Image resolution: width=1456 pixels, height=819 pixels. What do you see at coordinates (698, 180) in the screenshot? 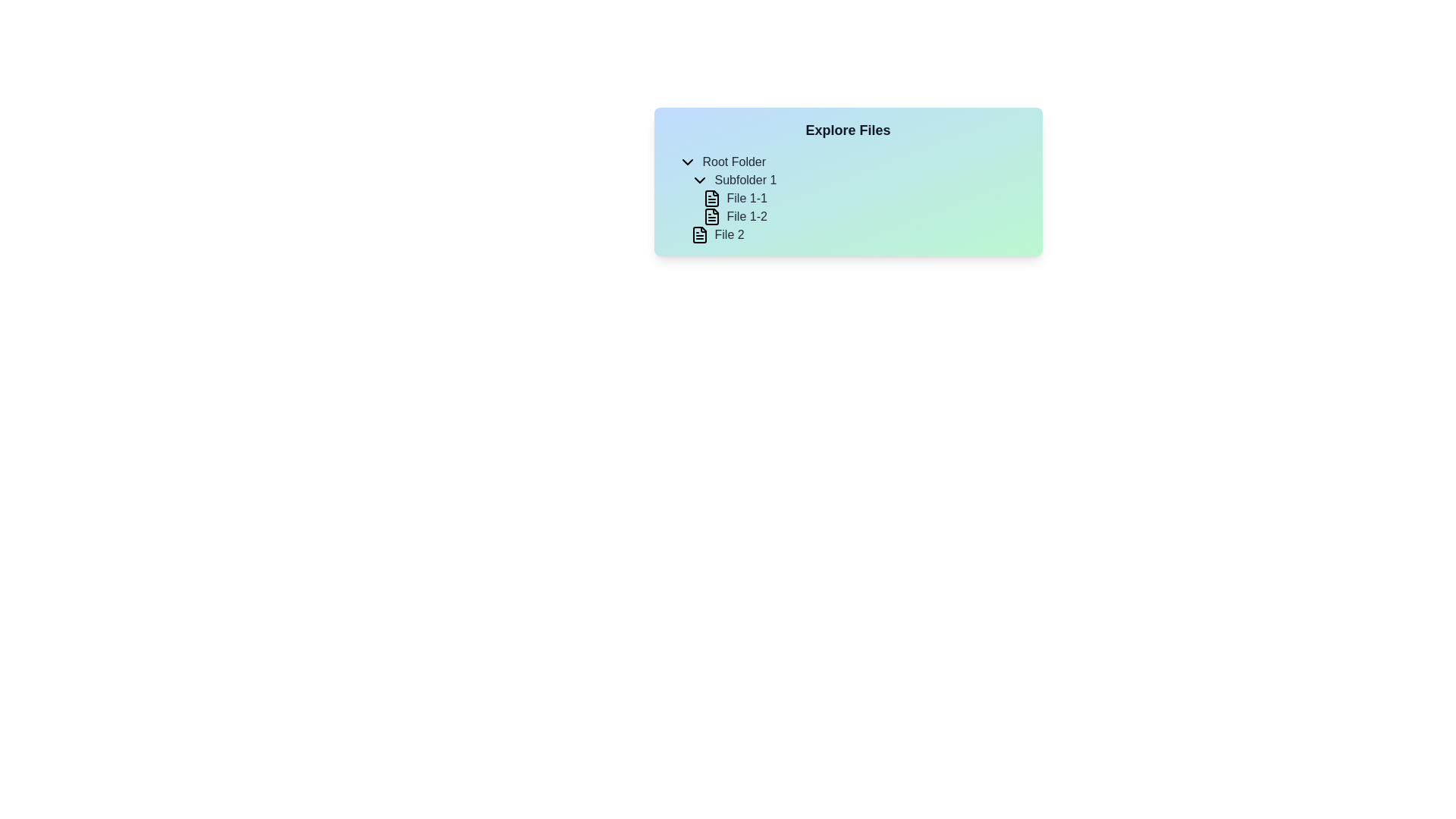
I see `the downward-pointing chevron icon located beside the text 'Subfolder 1'` at bounding box center [698, 180].